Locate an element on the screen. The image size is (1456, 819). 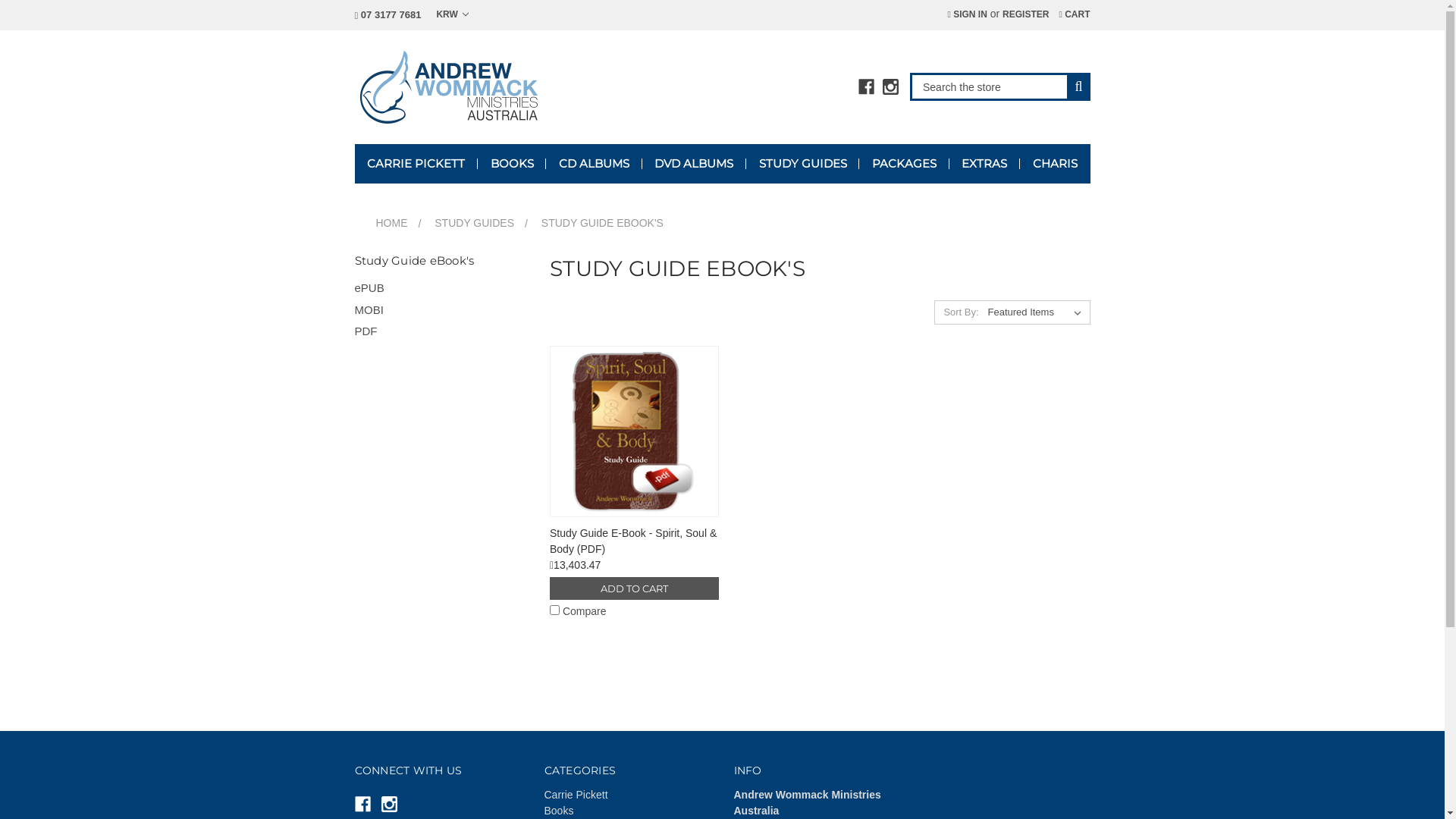
'PACKAGES' is located at coordinates (903, 164).